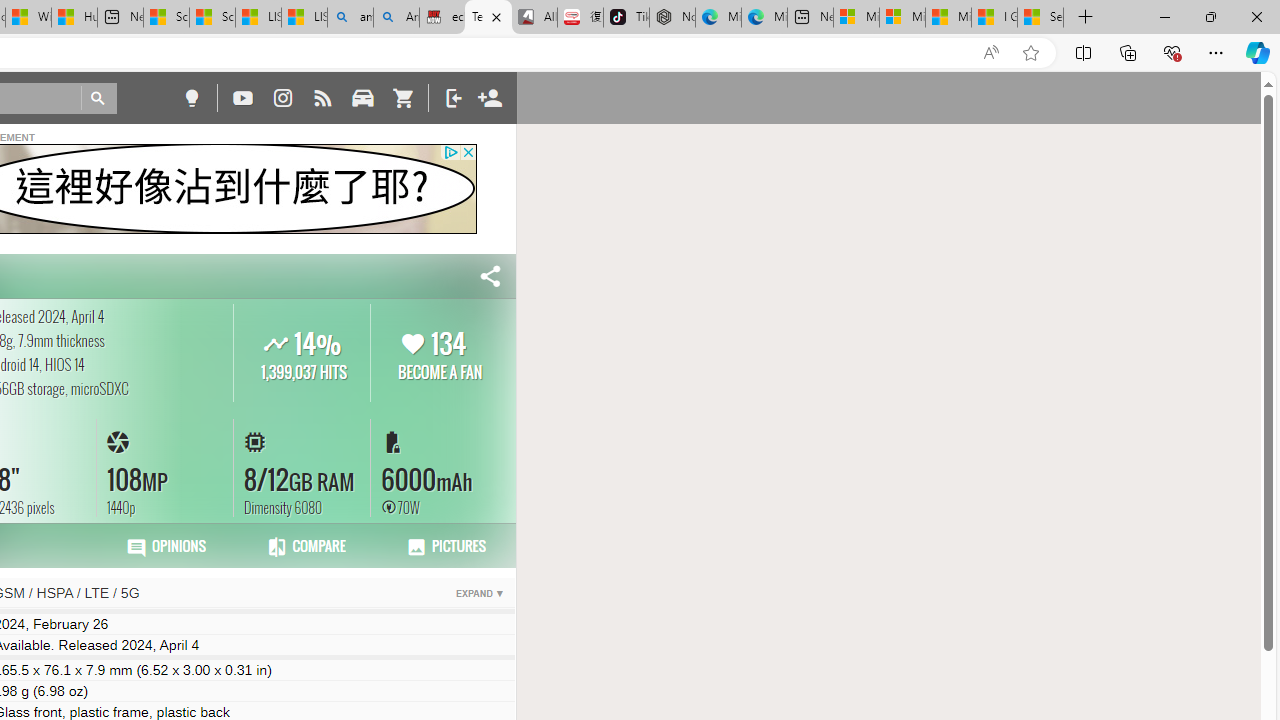 This screenshot has width=1280, height=720. Describe the element at coordinates (449, 151) in the screenshot. I see `'Class: privacy_out'` at that location.